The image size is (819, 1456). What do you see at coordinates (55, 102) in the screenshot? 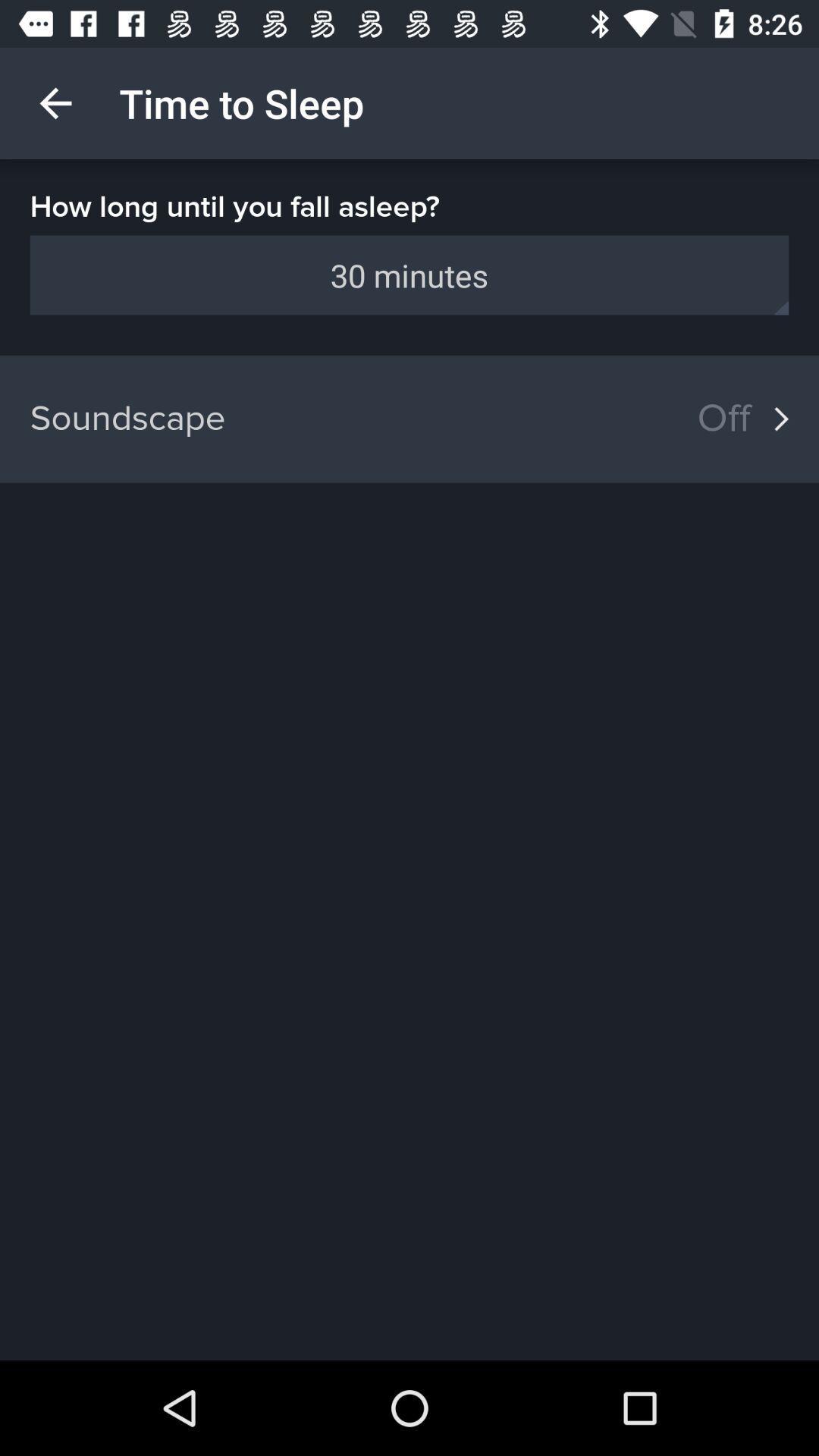
I see `the icon next to time to sleep` at bounding box center [55, 102].